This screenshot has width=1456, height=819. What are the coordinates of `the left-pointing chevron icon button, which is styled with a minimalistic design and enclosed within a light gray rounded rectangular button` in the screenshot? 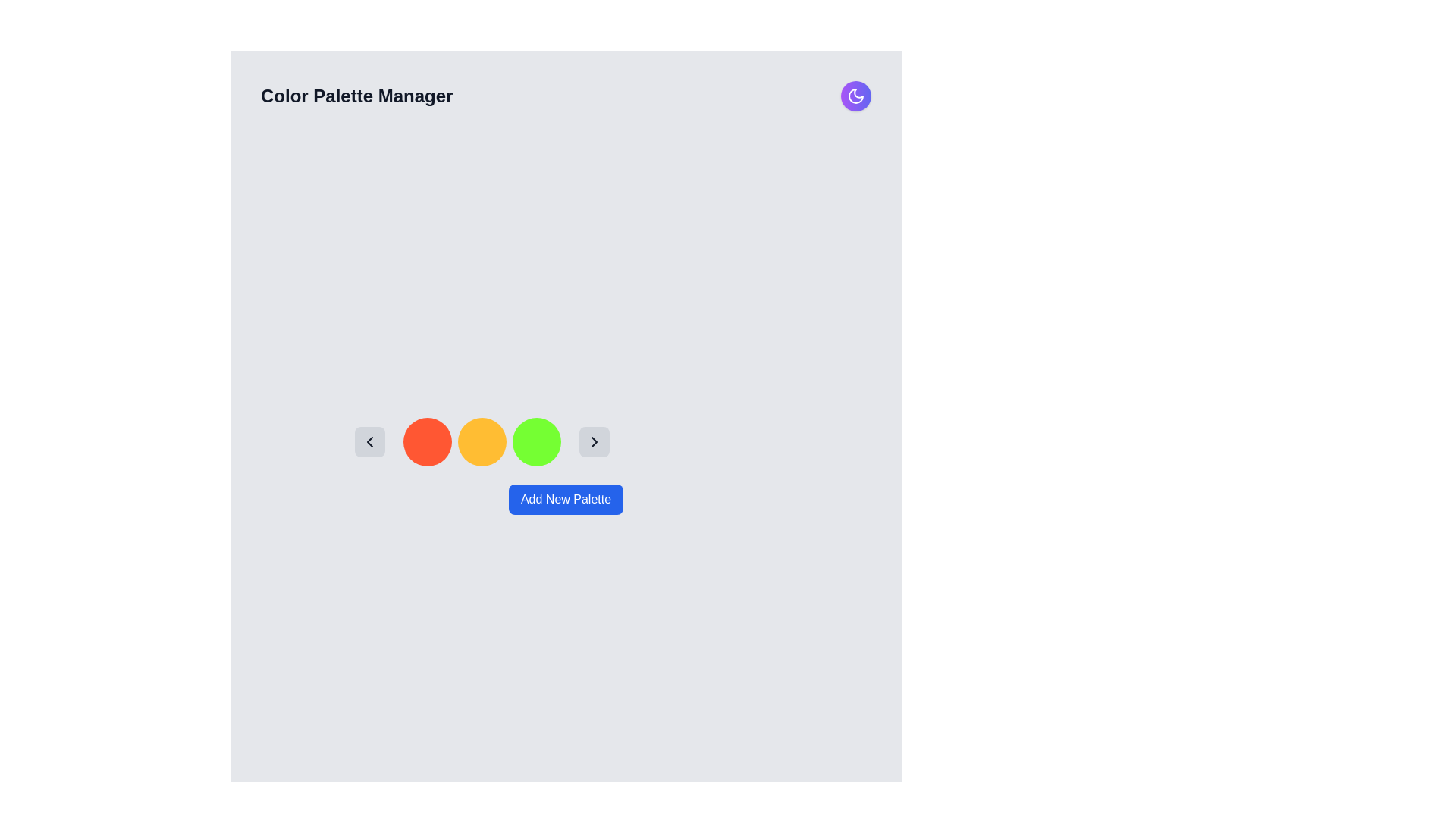 It's located at (369, 441).